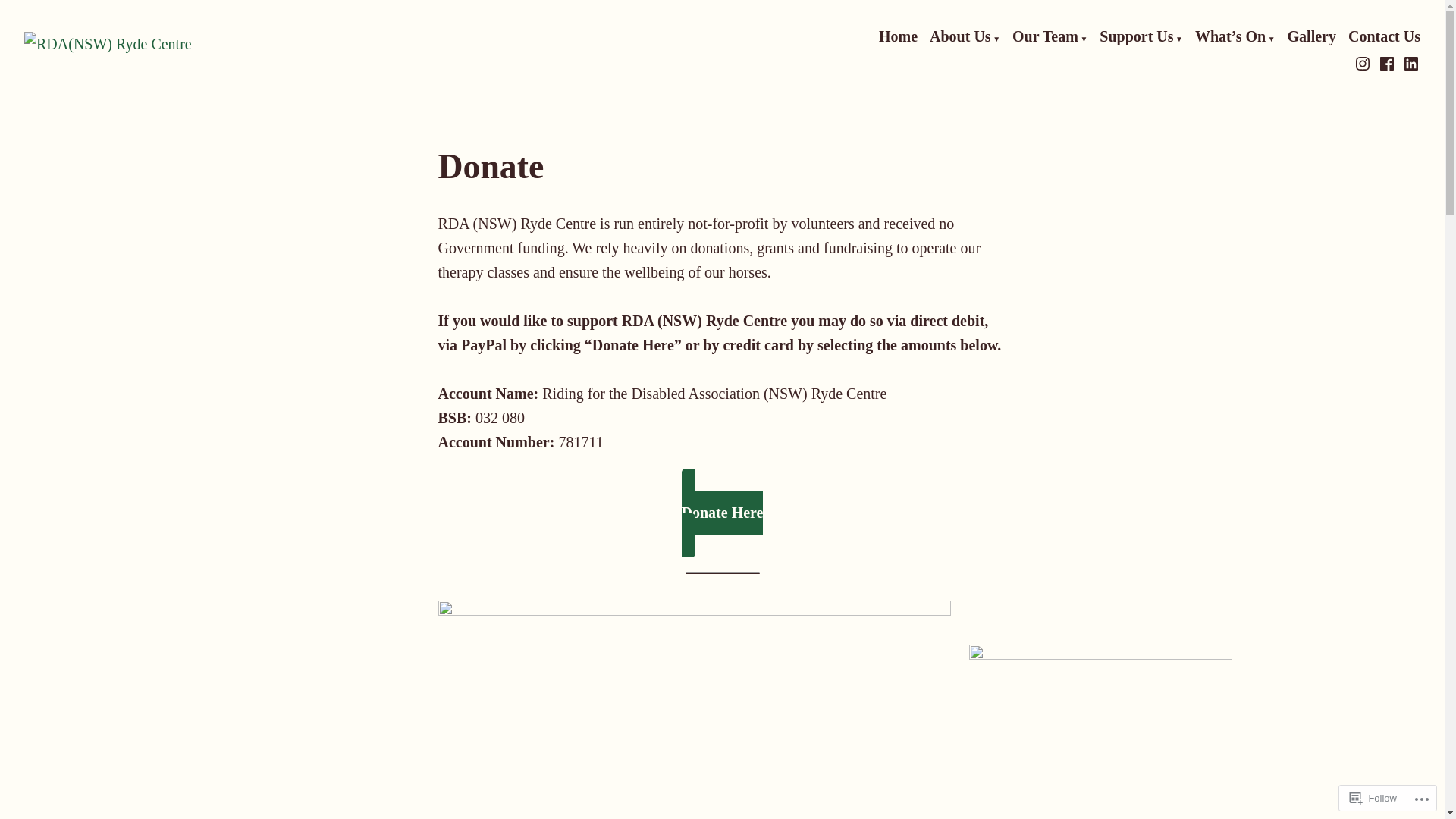 The width and height of the screenshot is (1456, 819). Describe the element at coordinates (928, 36) in the screenshot. I see `'About Us'` at that location.